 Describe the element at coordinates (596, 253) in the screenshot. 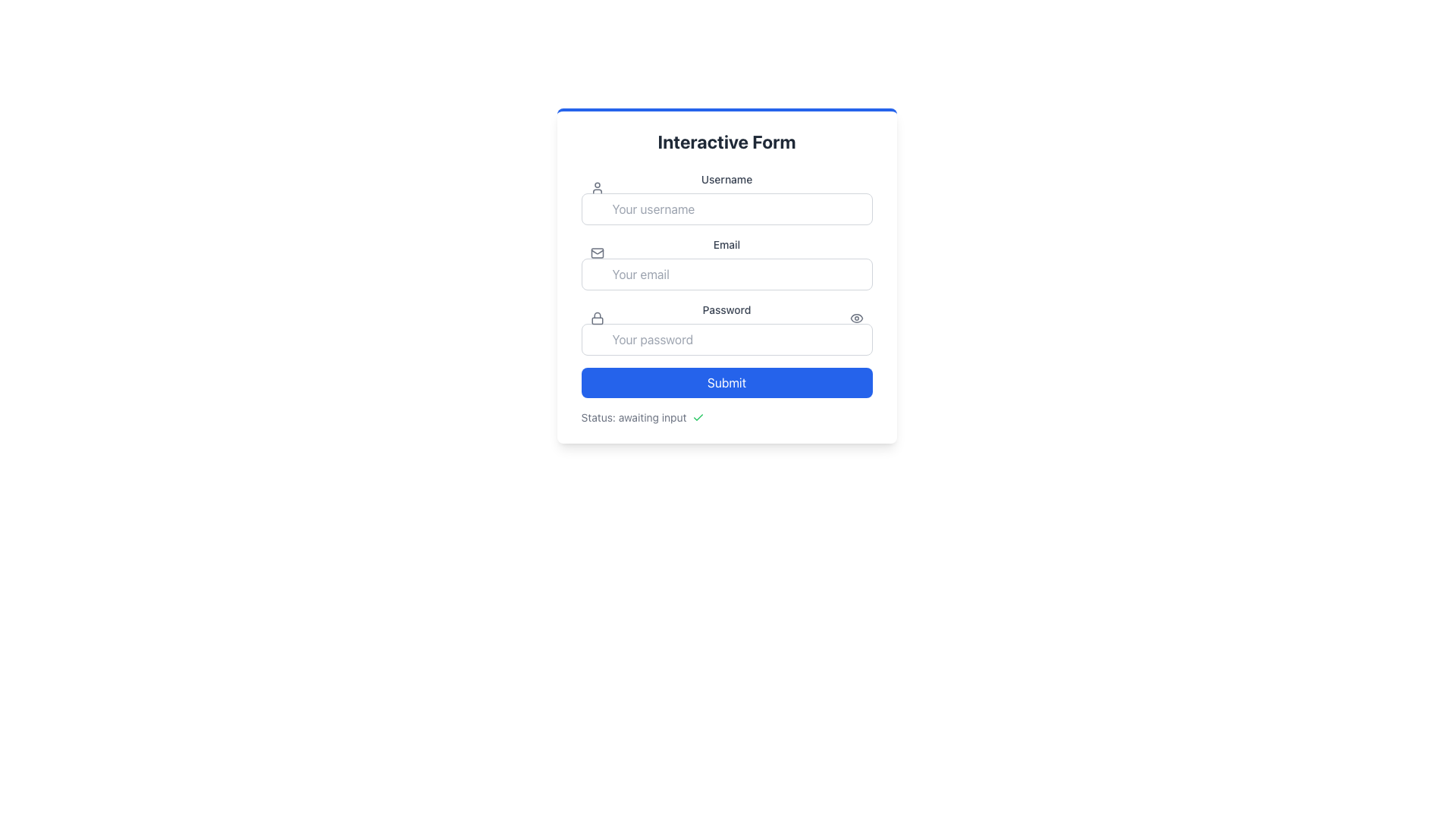

I see `the email icon located above the 'Your email' input field to indicate its purpose` at that location.